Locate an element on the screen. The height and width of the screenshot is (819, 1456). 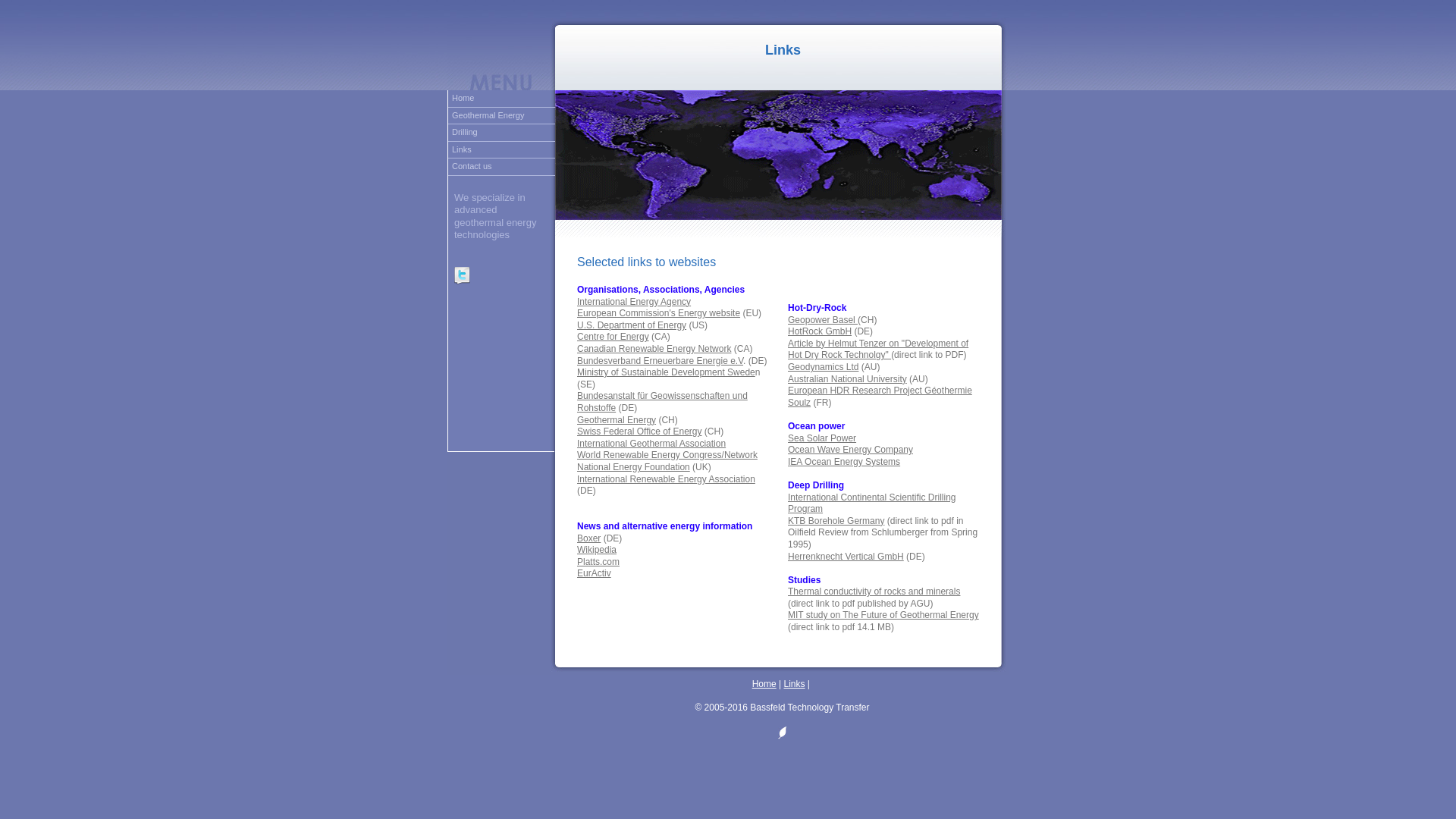
'Australian National University' is located at coordinates (846, 378).